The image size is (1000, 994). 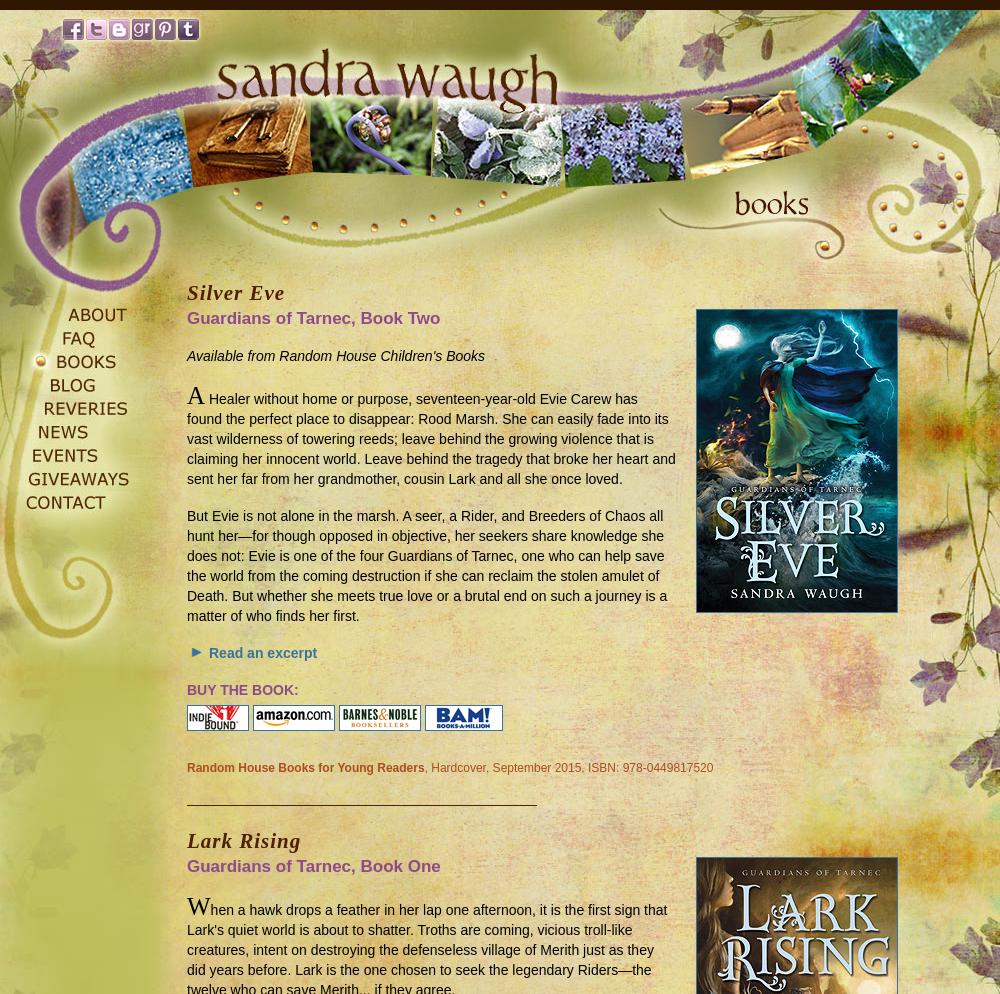 I want to click on 'A', so click(x=195, y=394).